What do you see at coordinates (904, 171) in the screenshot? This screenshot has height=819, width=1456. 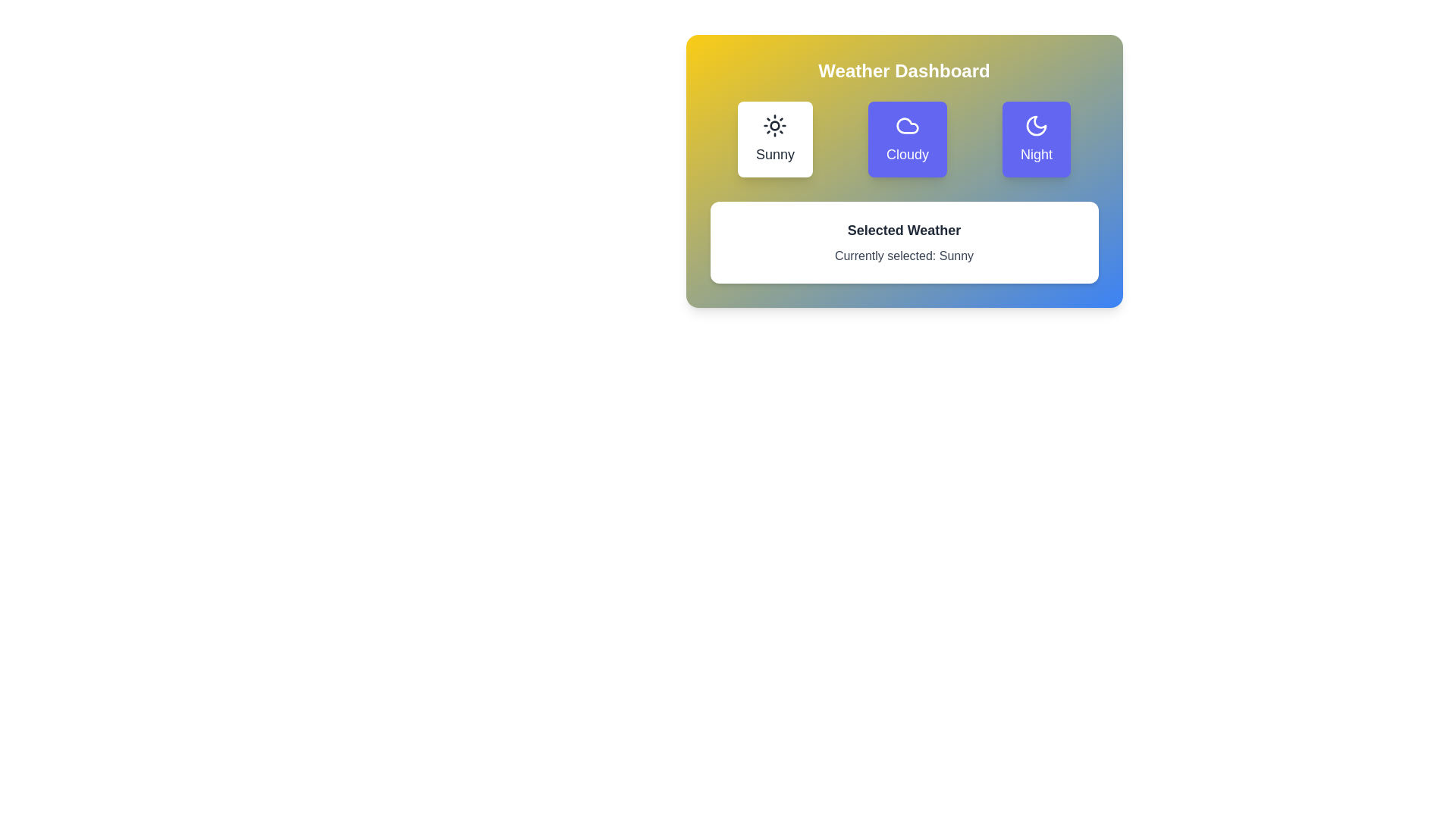 I see `the buttons in the interactive weather dashboard to trigger visual feedback` at bounding box center [904, 171].